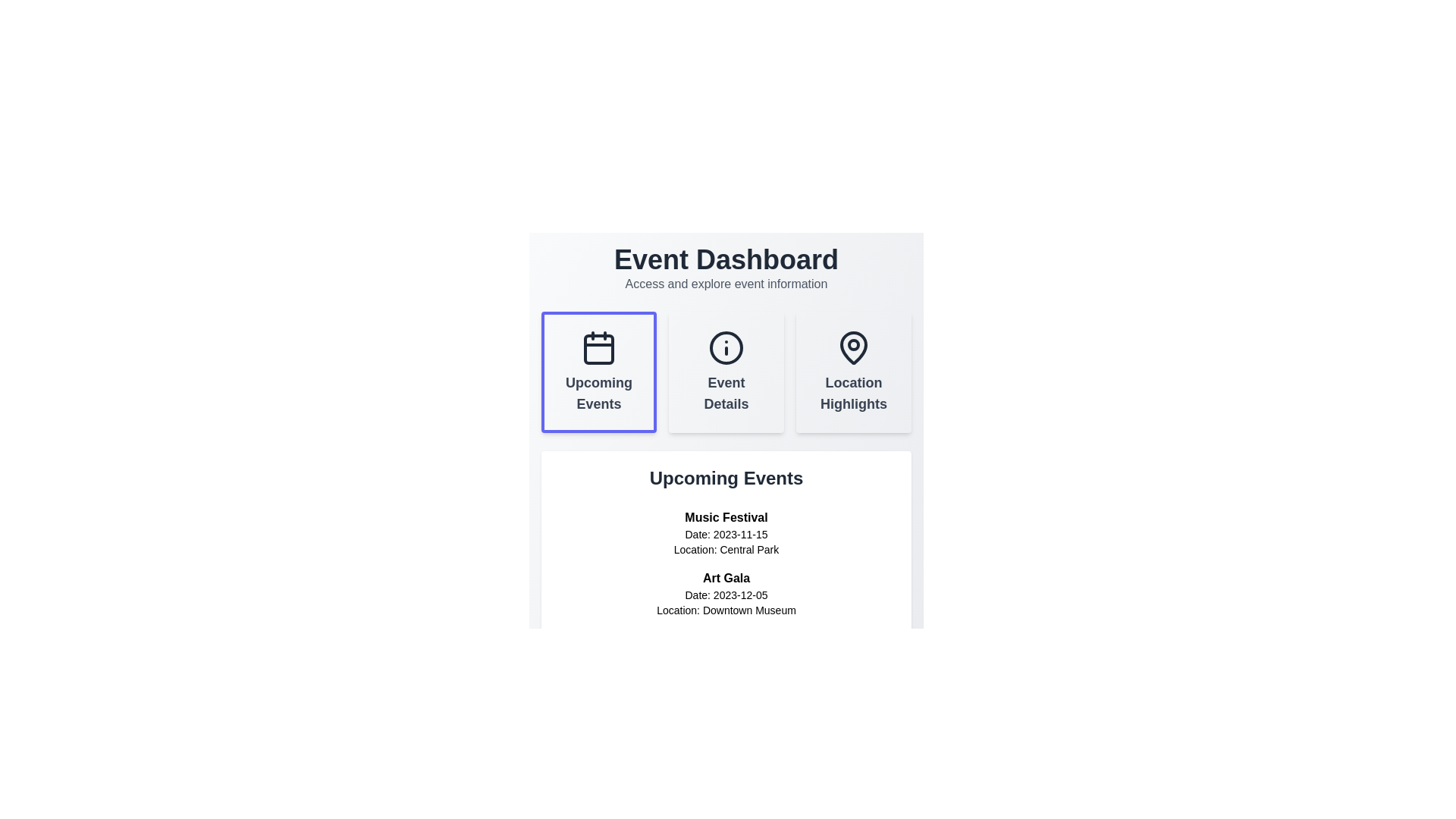 Image resolution: width=1456 pixels, height=819 pixels. What do you see at coordinates (726, 550) in the screenshot?
I see `the text label displaying 'Location: Central Park', which is positioned beneath the event details of 'Music Festival'` at bounding box center [726, 550].